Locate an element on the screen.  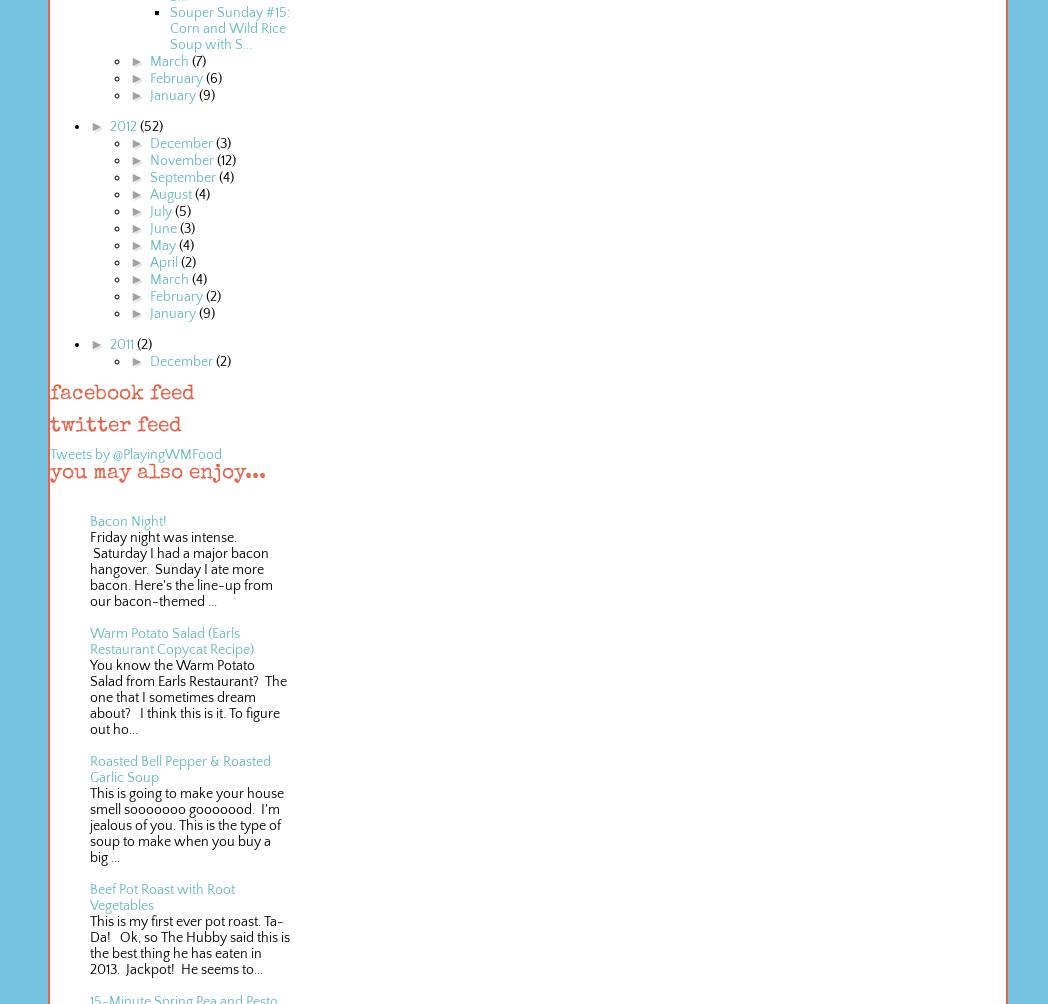
'Bacon Night!' is located at coordinates (127, 521).